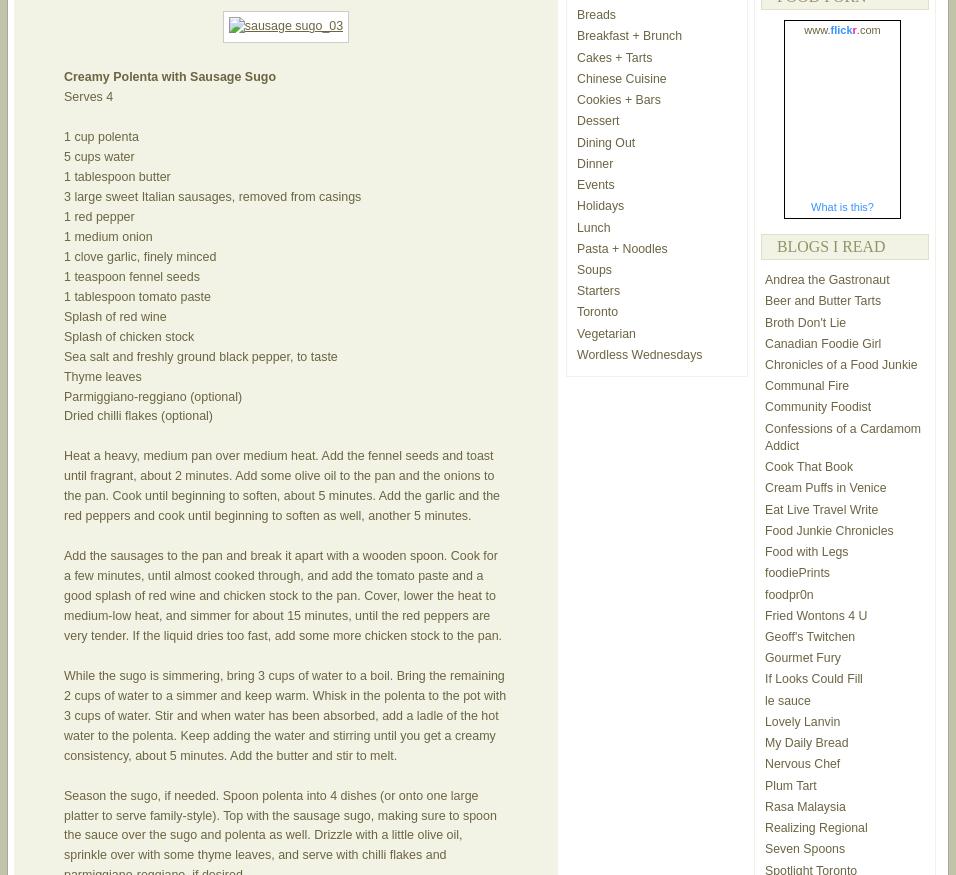 This screenshot has width=956, height=875. Describe the element at coordinates (840, 364) in the screenshot. I see `'Chronicles of a Food Junkie'` at that location.